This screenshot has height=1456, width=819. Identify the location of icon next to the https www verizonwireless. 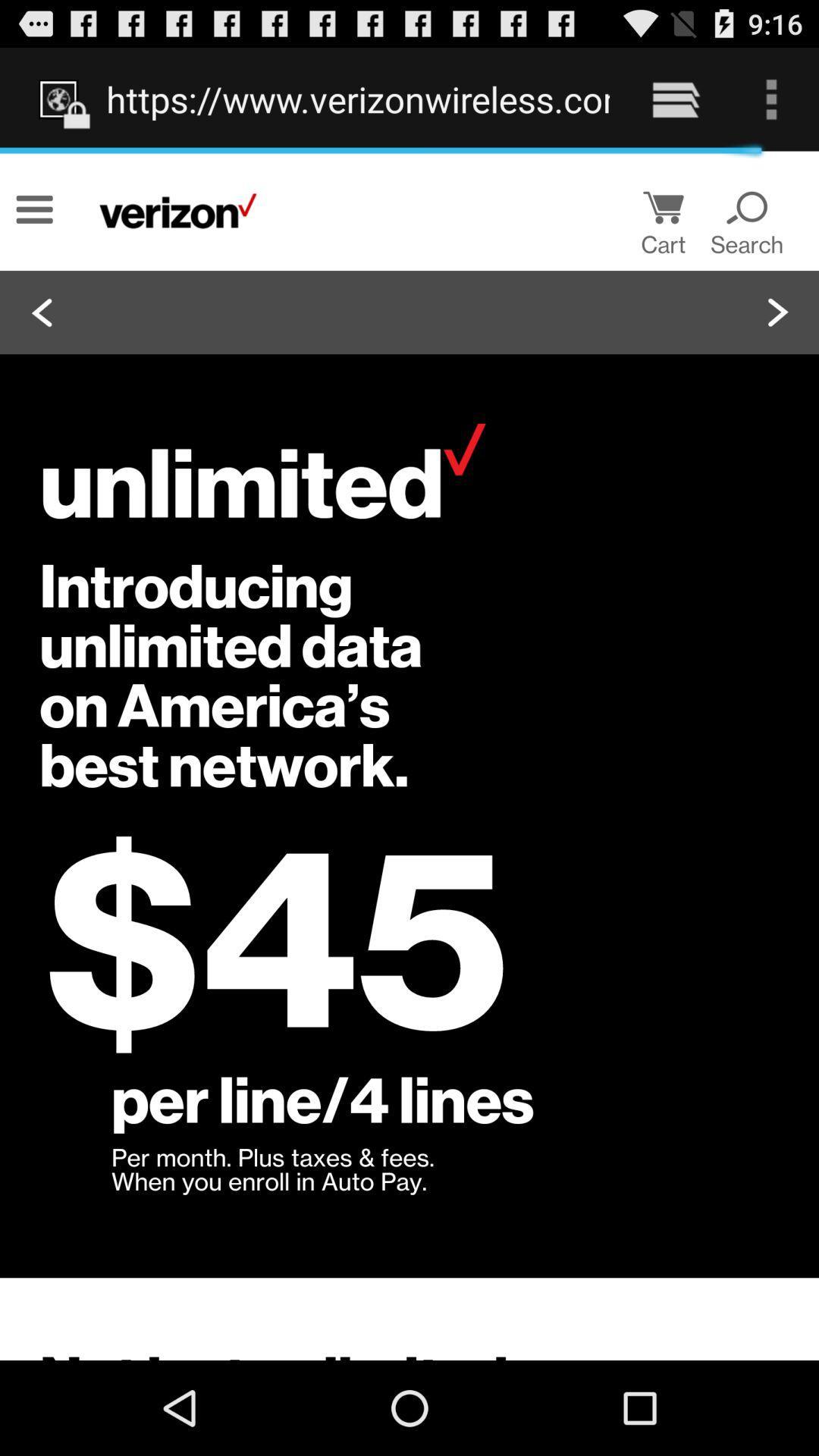
(675, 99).